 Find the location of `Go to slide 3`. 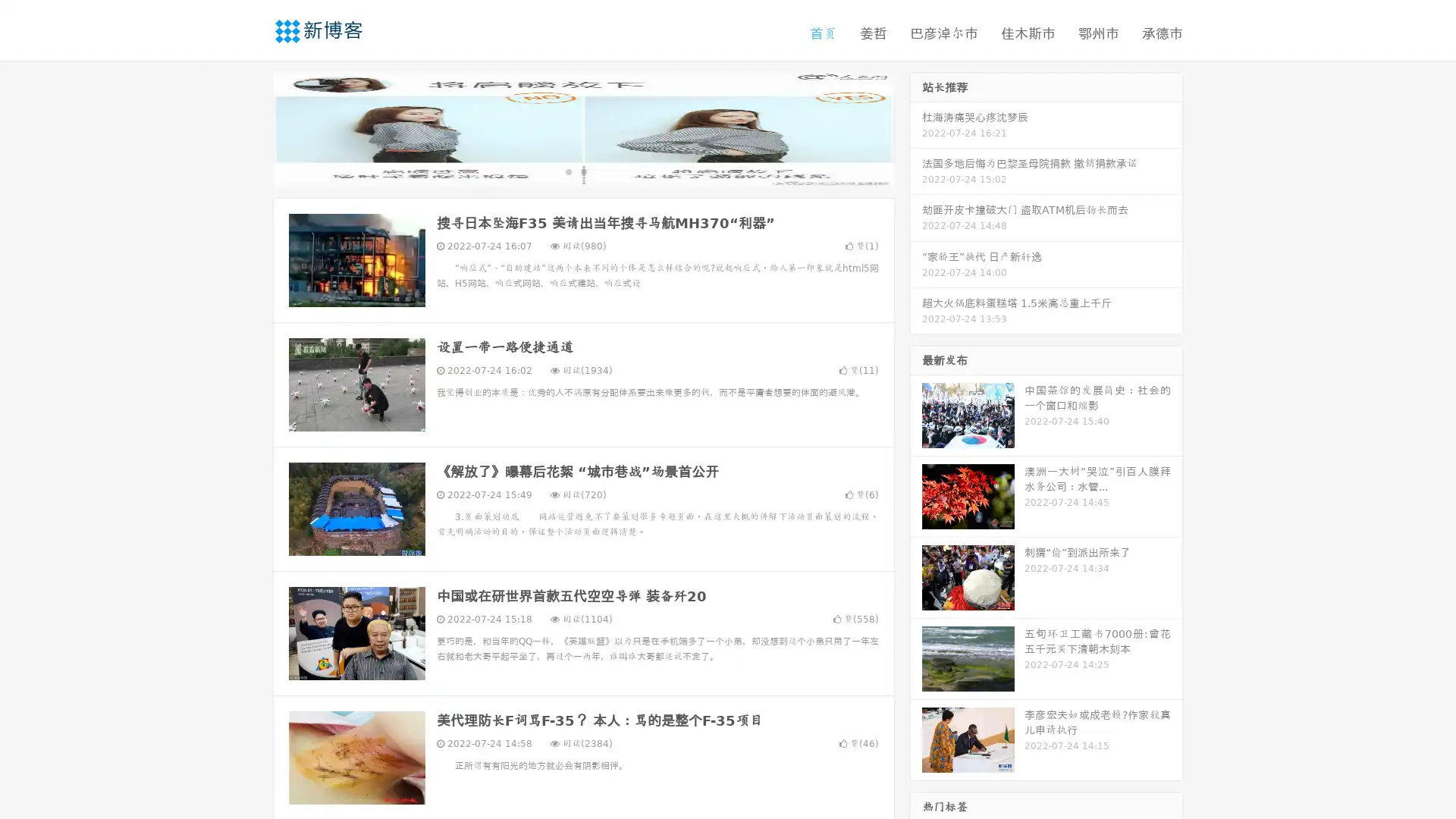

Go to slide 3 is located at coordinates (598, 171).